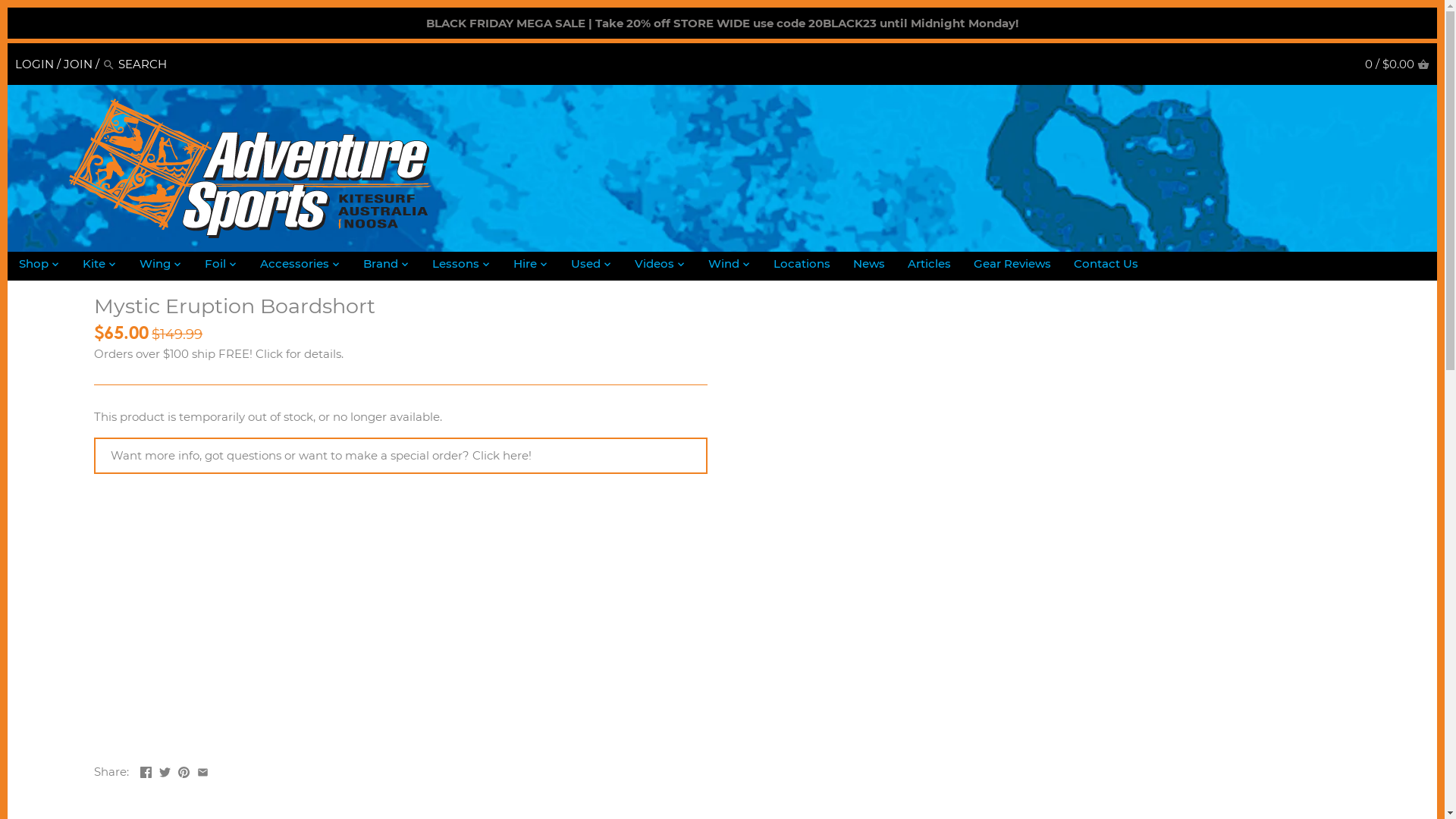 The image size is (1456, 819). What do you see at coordinates (77, 62) in the screenshot?
I see `'JOIN'` at bounding box center [77, 62].